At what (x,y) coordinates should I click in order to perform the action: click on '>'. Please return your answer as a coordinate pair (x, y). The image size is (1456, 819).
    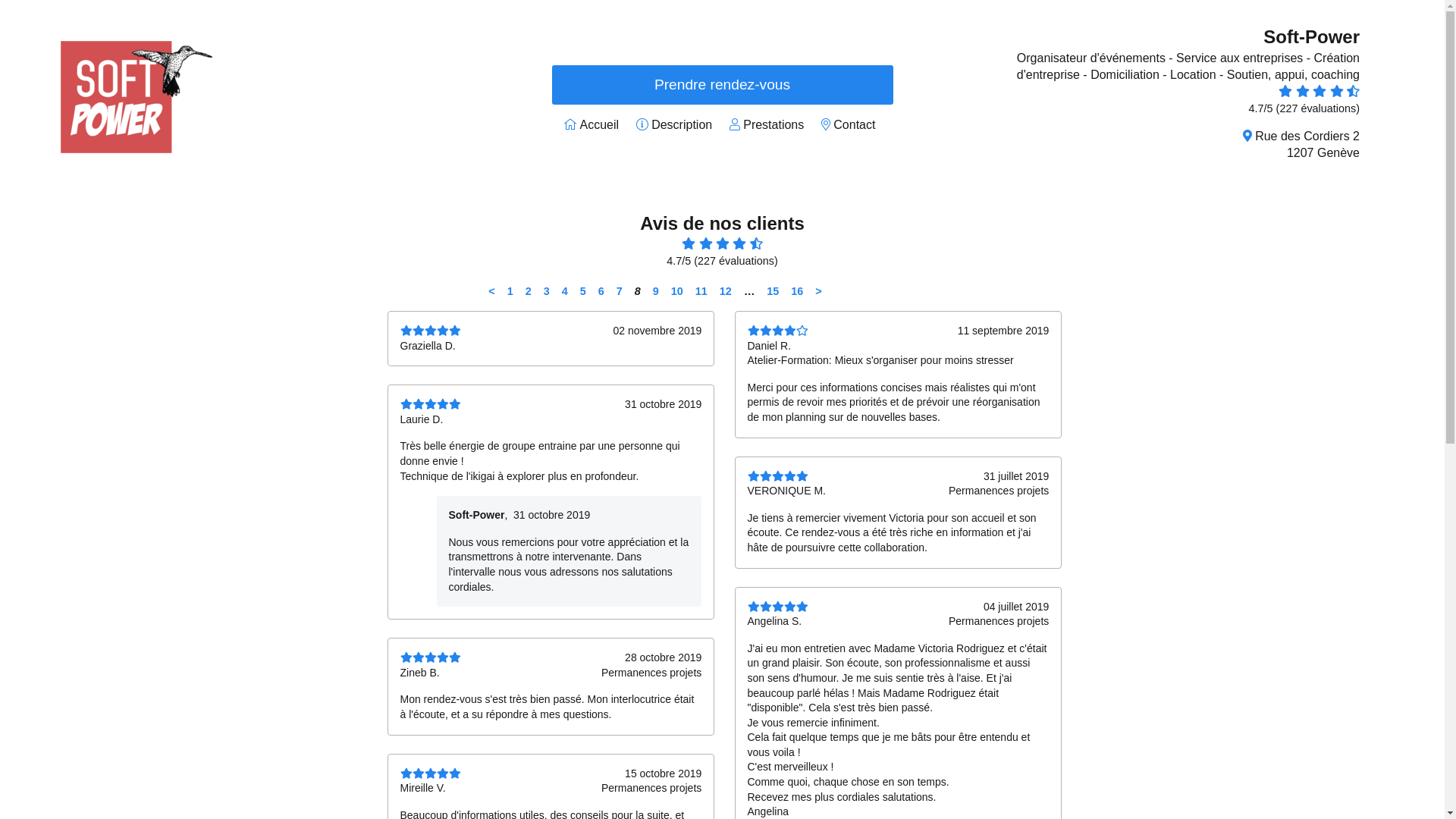
    Looking at the image, I should click on (817, 291).